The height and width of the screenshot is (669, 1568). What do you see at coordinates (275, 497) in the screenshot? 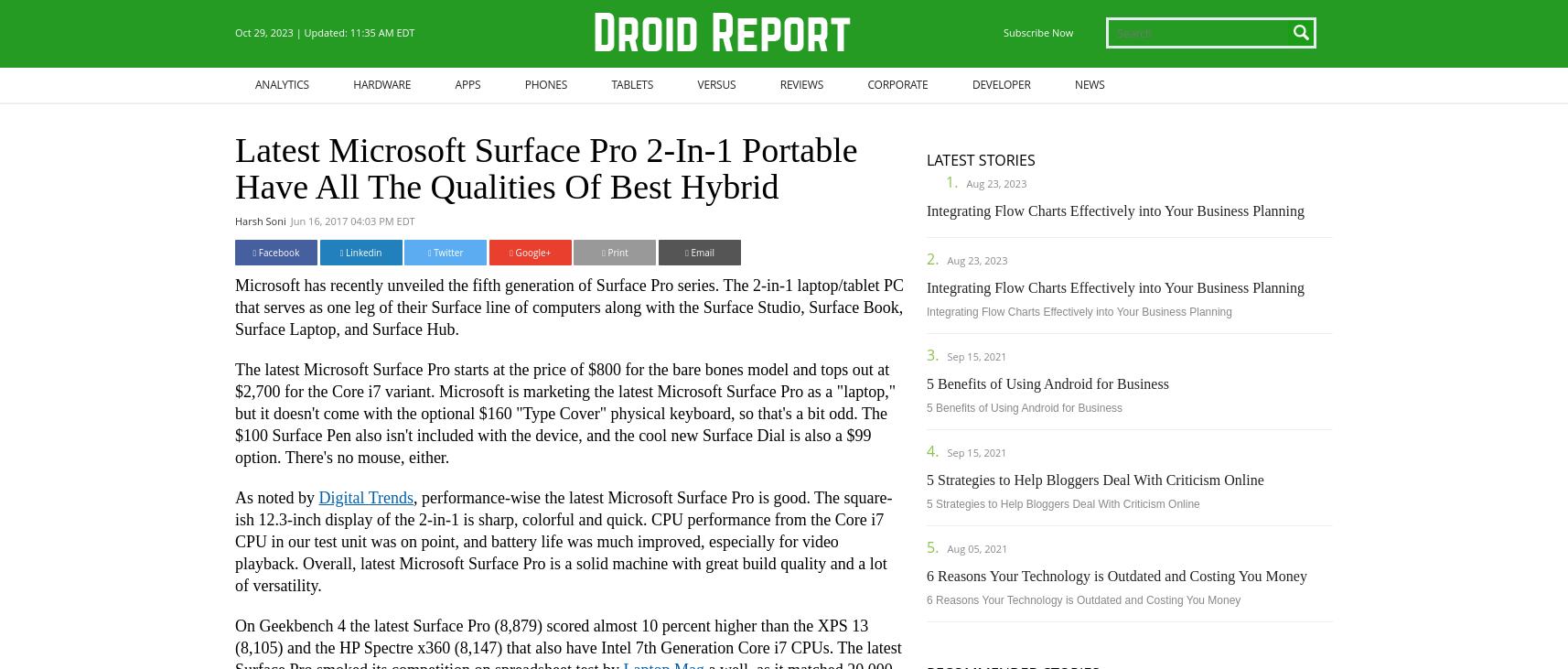
I see `'As noted by'` at bounding box center [275, 497].